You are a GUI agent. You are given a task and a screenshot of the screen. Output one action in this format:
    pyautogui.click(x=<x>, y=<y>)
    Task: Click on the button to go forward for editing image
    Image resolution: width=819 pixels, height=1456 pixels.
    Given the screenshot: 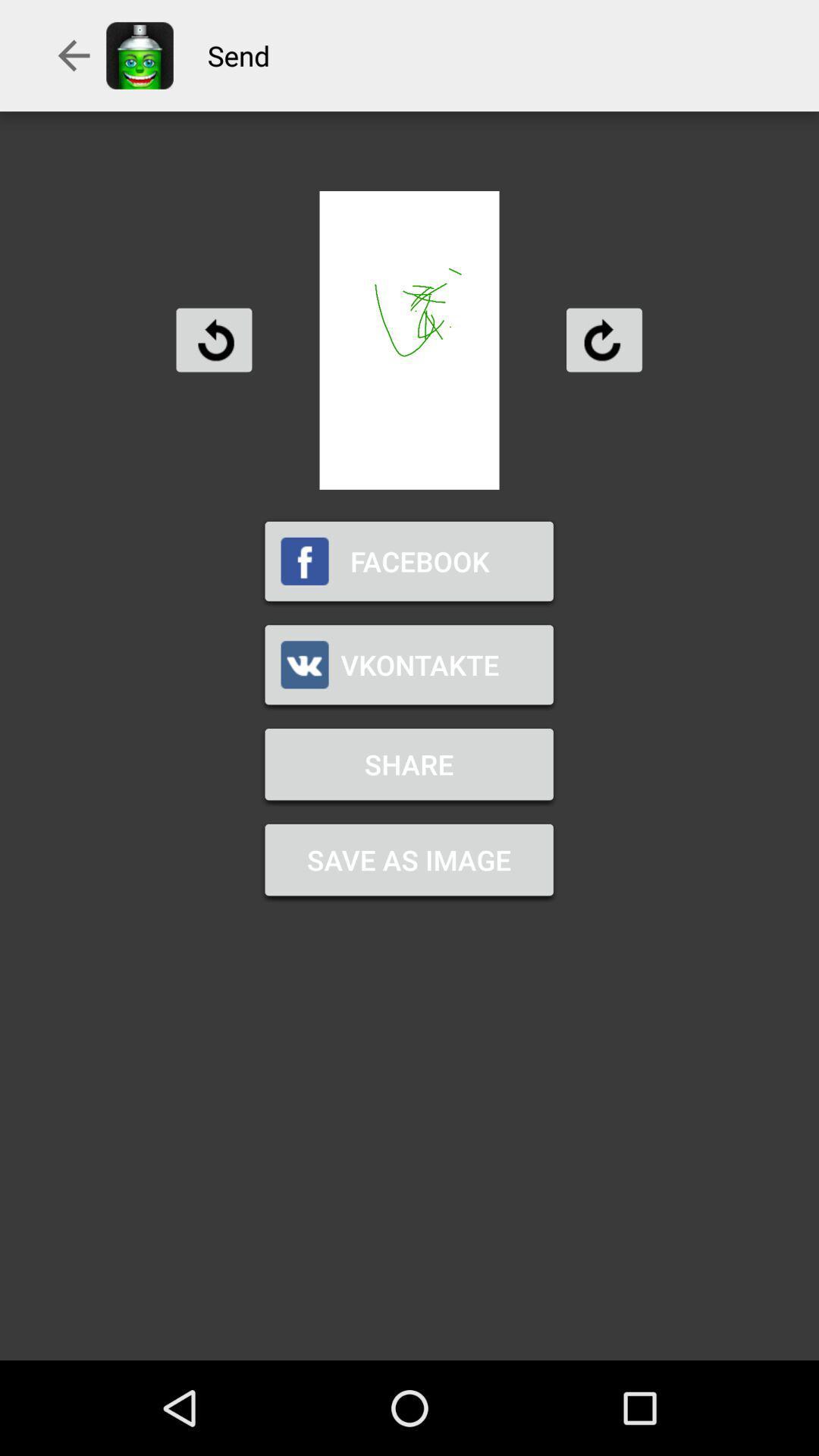 What is the action you would take?
    pyautogui.click(x=603, y=339)
    